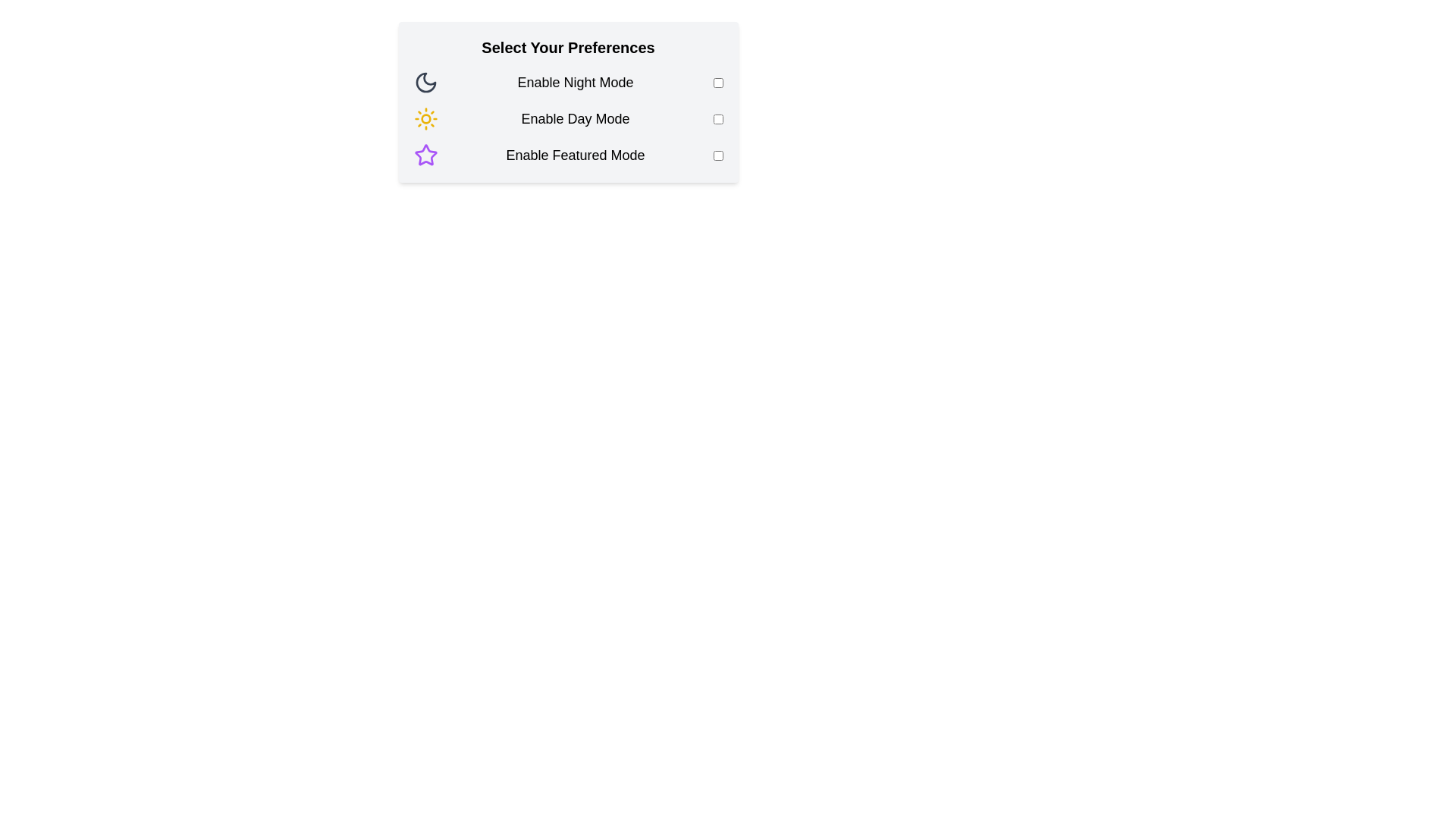 This screenshot has height=819, width=1456. What do you see at coordinates (574, 155) in the screenshot?
I see `the text label that describes the third option in the user preferences, which follows 'Enable Night Mode' and 'Enable Day Mode', and is adjacent to a checkbox` at bounding box center [574, 155].